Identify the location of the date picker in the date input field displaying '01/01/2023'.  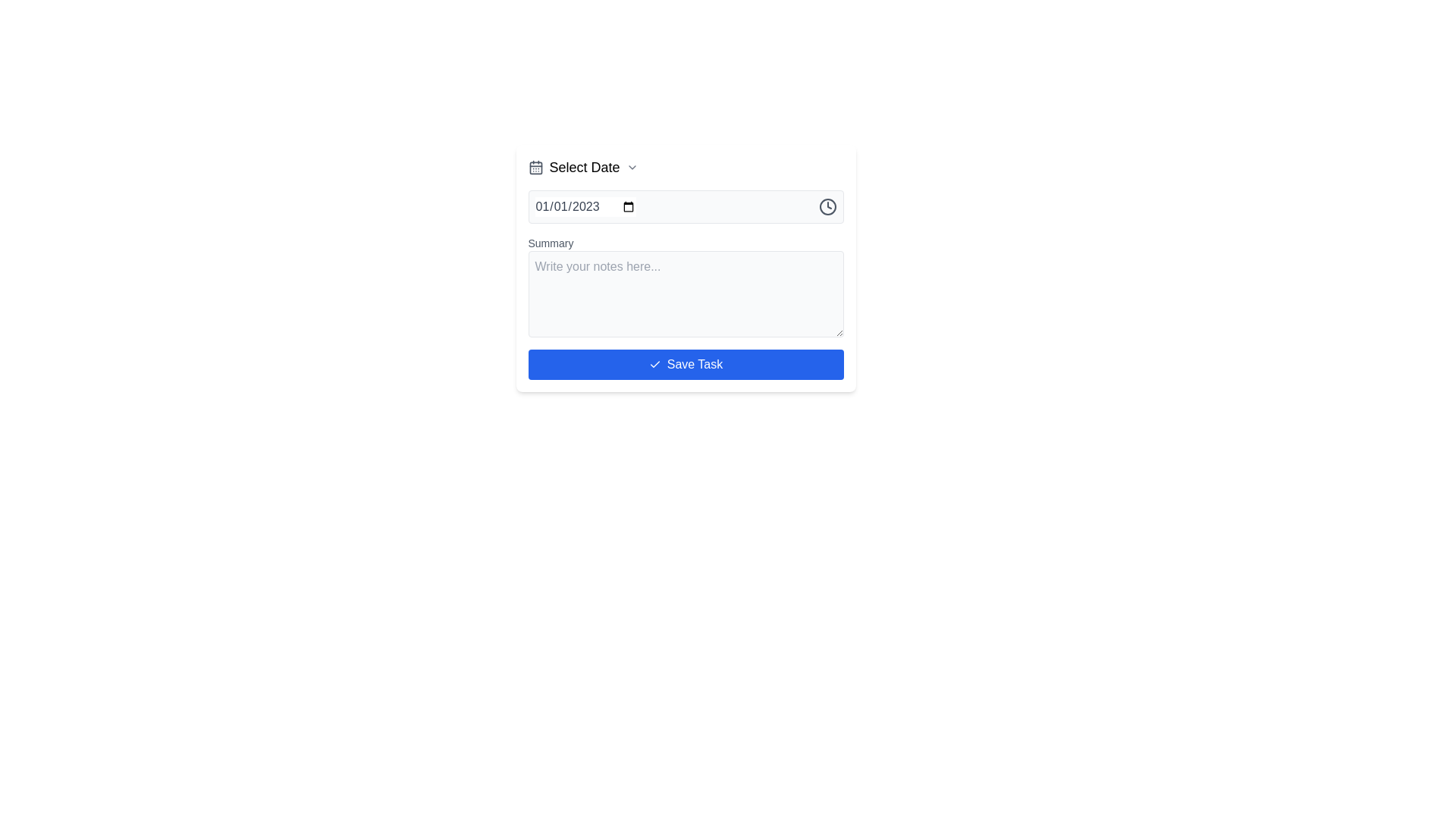
(585, 207).